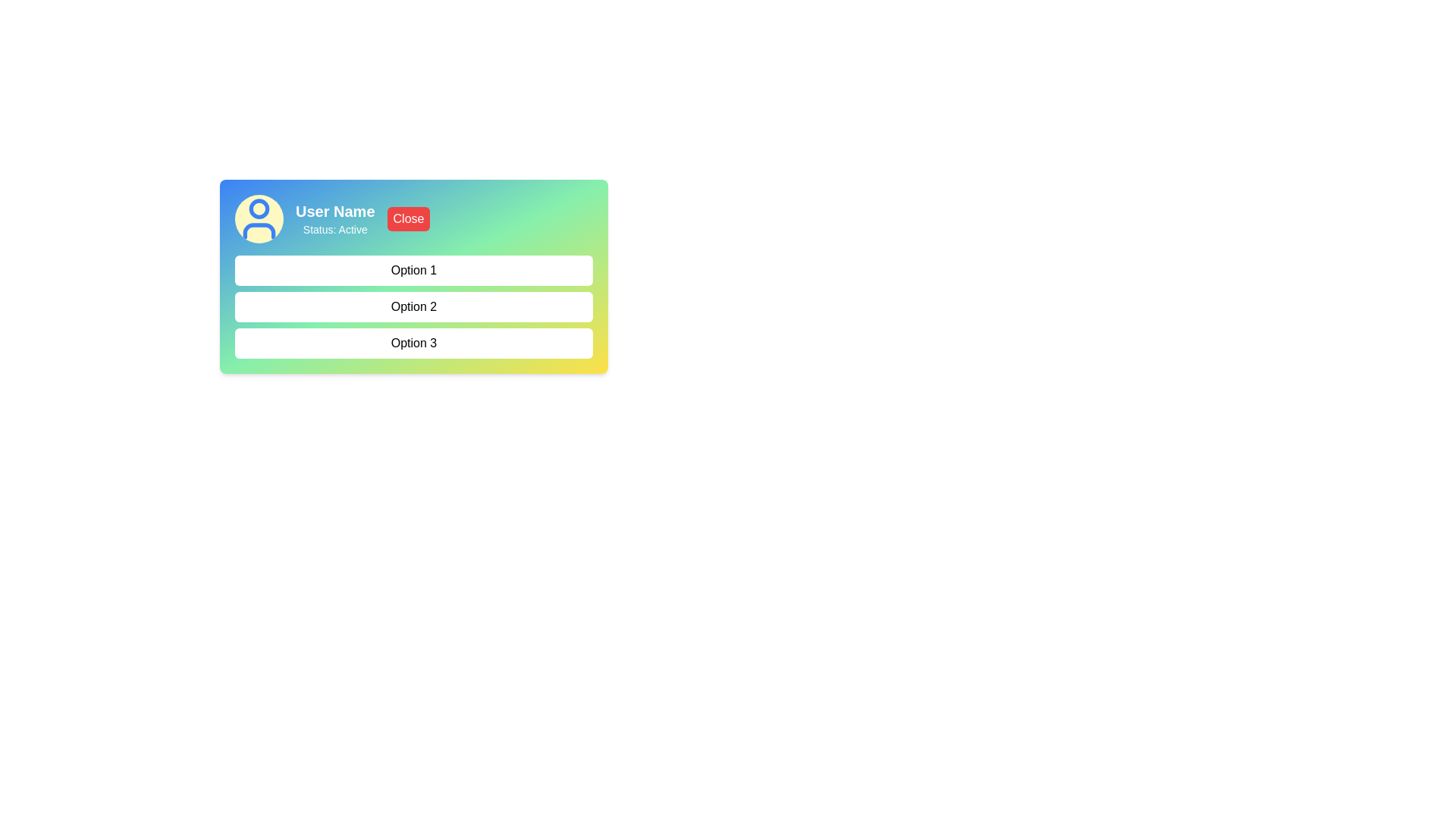 The image size is (1456, 819). Describe the element at coordinates (259, 208) in the screenshot. I see `the SVG Circle that represents a badge or highlight within the user's avatar illustration, located centrally in the yellow circular avatar at the top-left corner of the user interface card` at that location.